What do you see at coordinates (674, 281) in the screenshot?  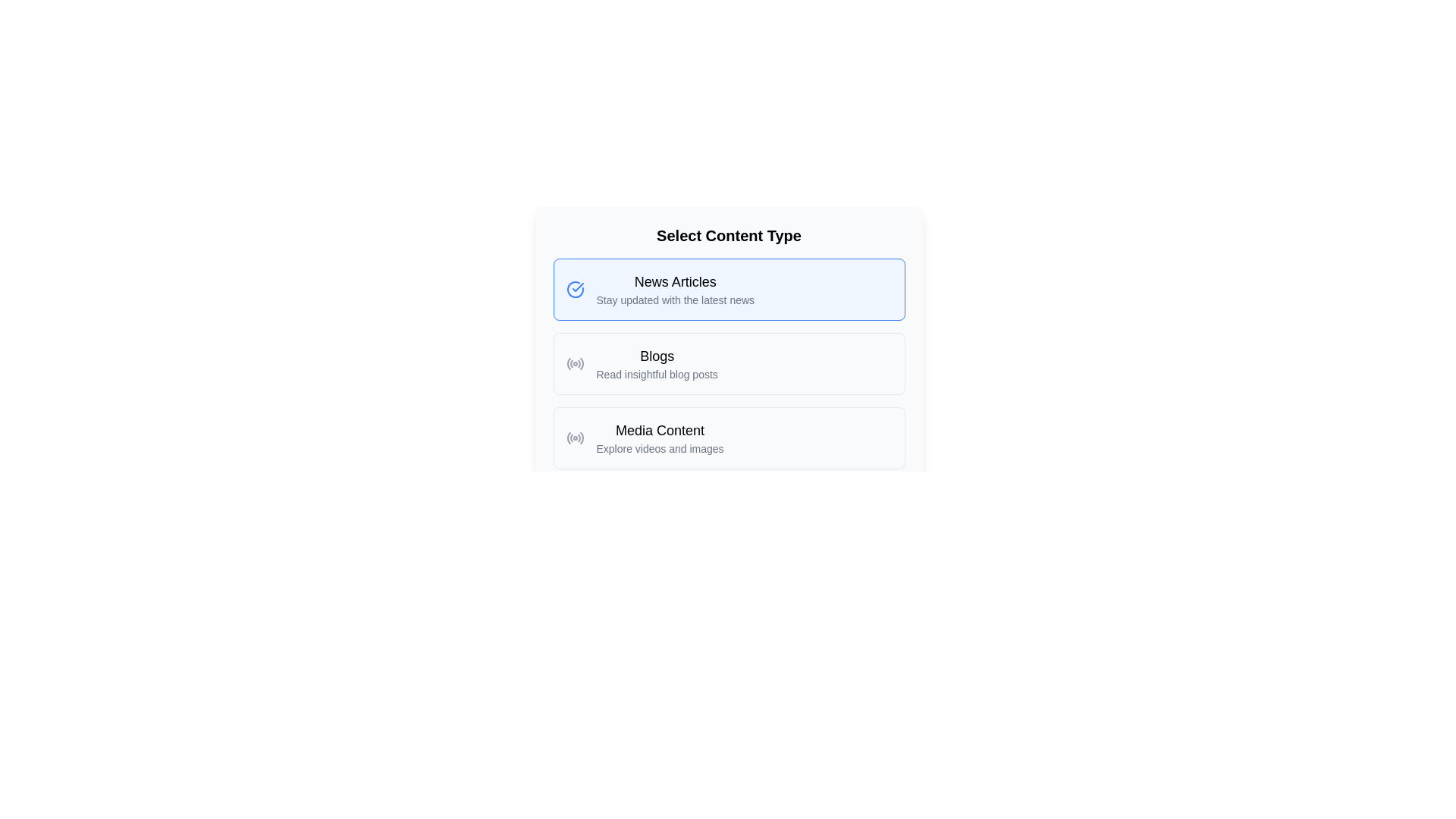 I see `text of the label indicating the category 'News Articles', which is located above the text 'Stay updated with the latest news' in the first content option box` at bounding box center [674, 281].